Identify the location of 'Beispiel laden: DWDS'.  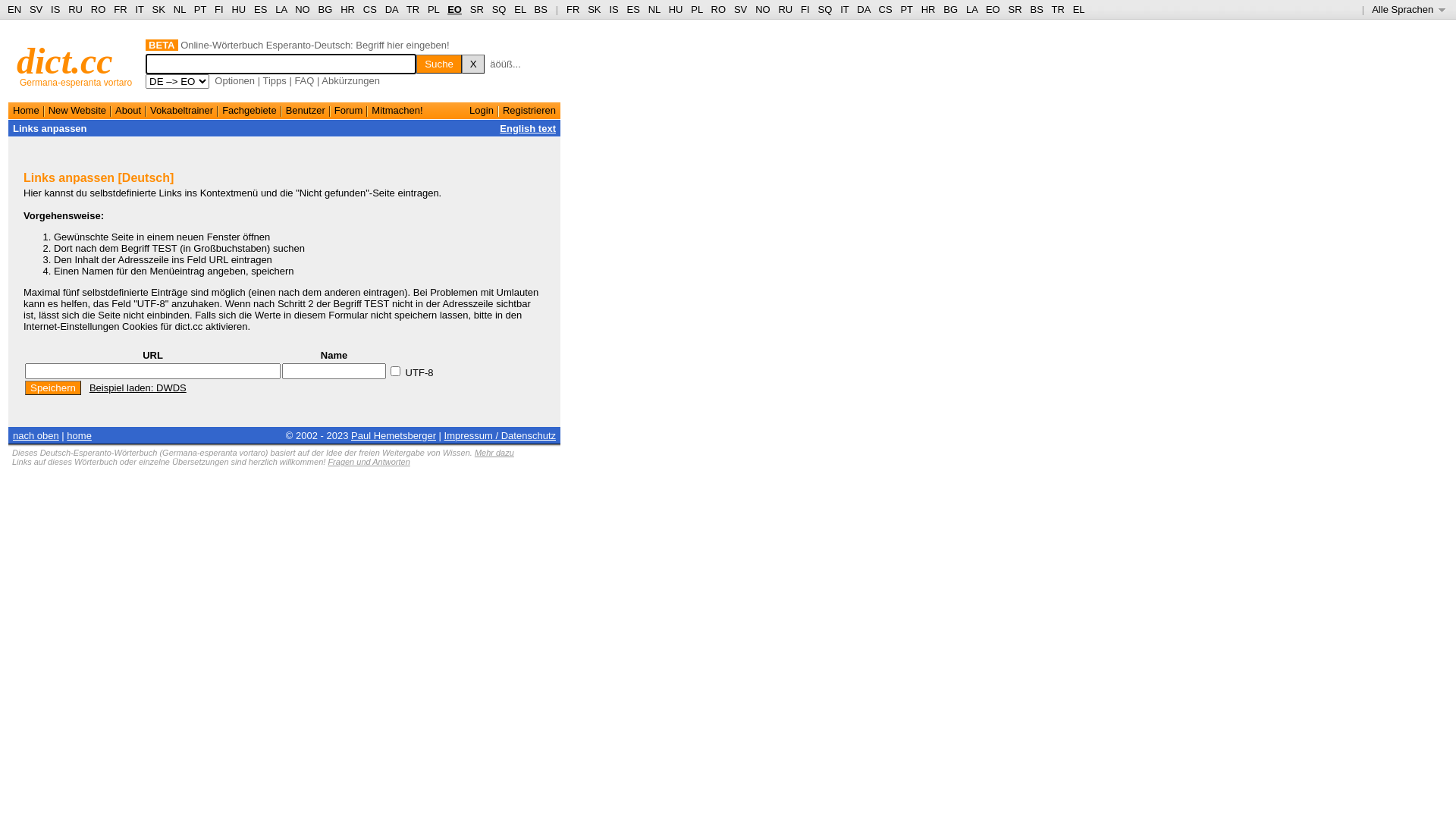
(89, 387).